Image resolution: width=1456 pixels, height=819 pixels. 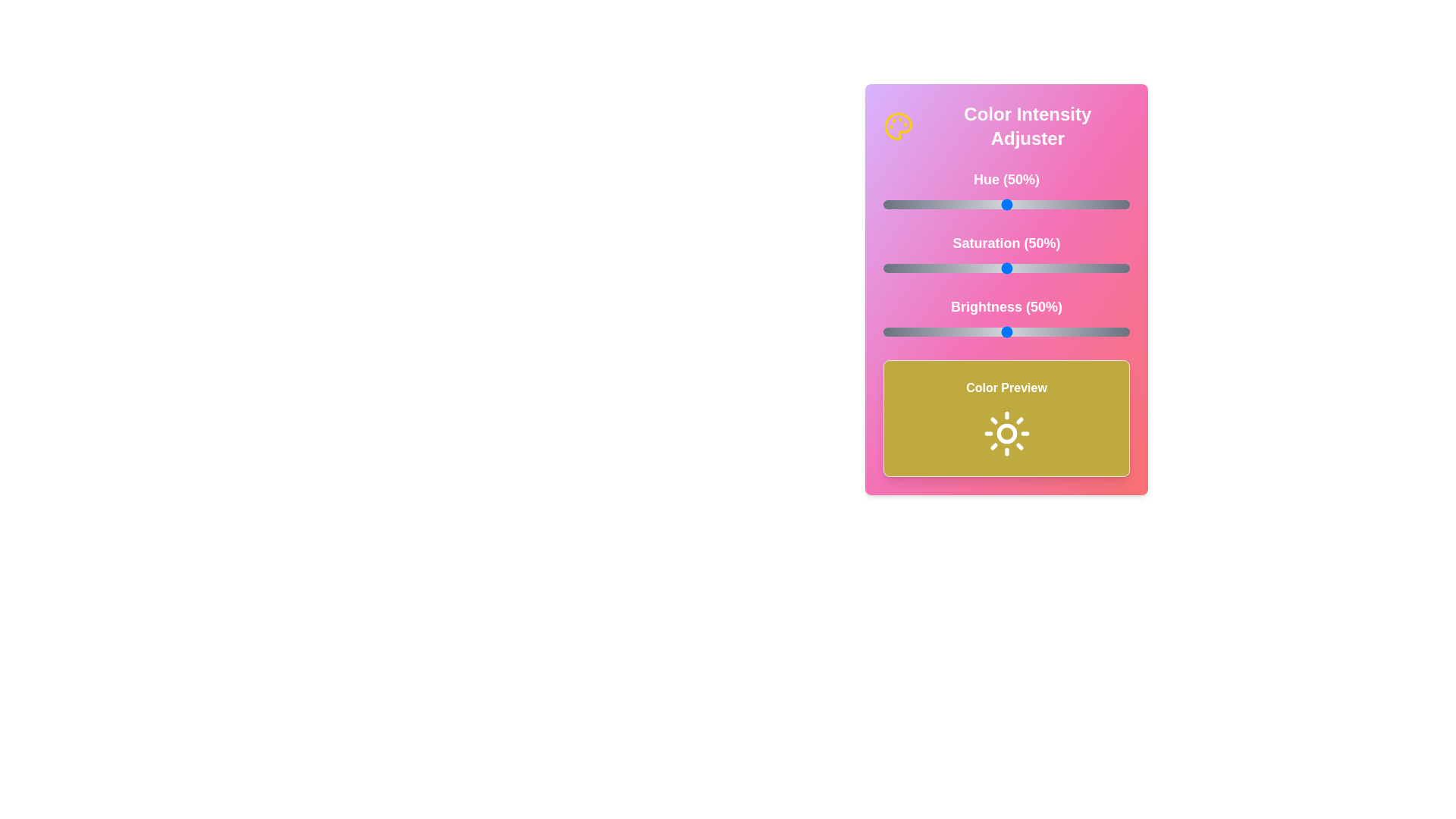 What do you see at coordinates (1043, 331) in the screenshot?
I see `the brightness slider to 65%` at bounding box center [1043, 331].